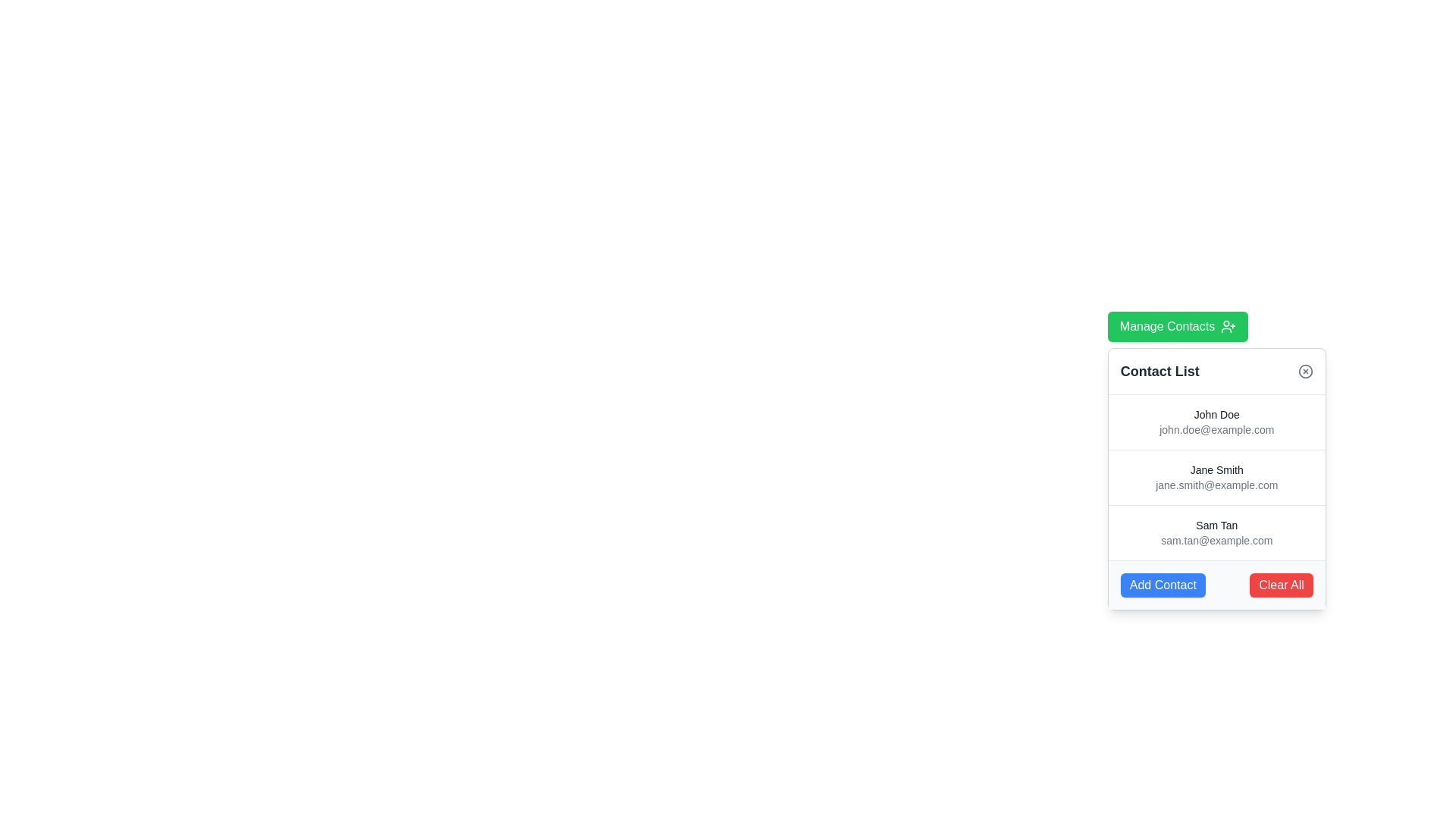  Describe the element at coordinates (1177, 326) in the screenshot. I see `the 'Manage Contacts' button, which has white text on a green background and a user icon with a plus sign, located at the top of the contact interface` at that location.